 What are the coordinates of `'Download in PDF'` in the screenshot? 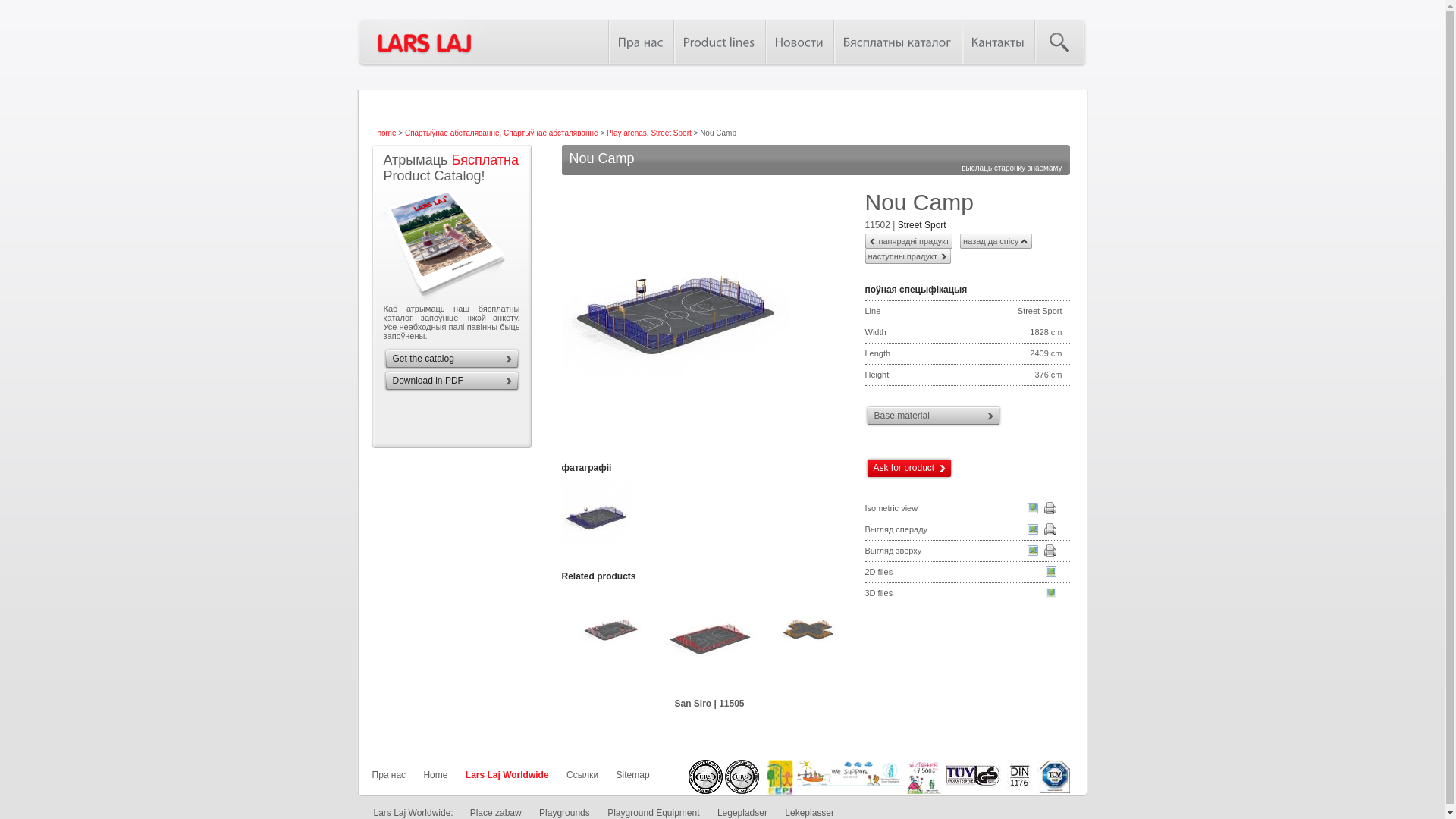 It's located at (455, 380).